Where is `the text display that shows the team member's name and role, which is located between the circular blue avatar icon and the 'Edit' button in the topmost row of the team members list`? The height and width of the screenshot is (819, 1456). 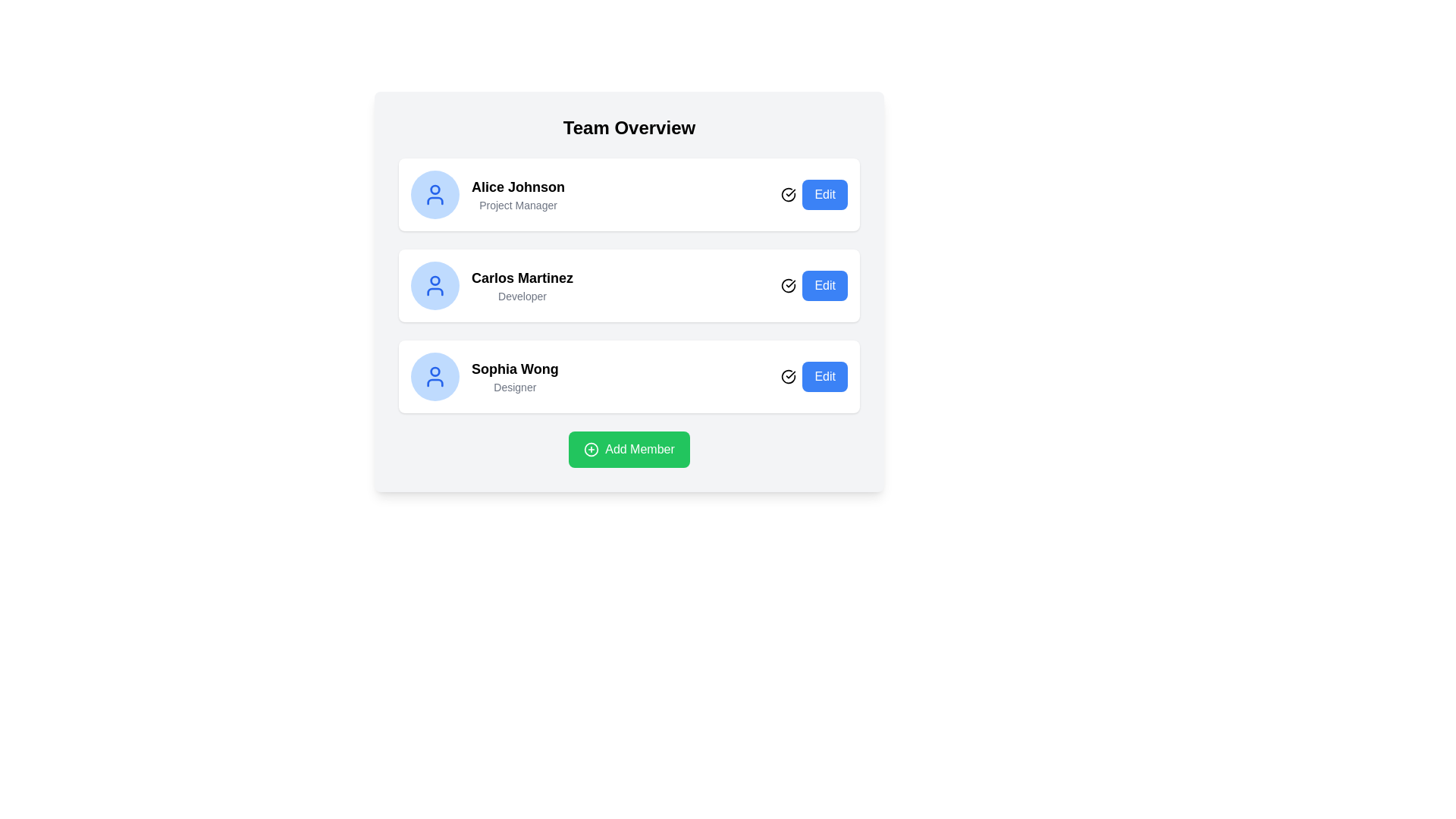
the text display that shows the team member's name and role, which is located between the circular blue avatar icon and the 'Edit' button in the topmost row of the team members list is located at coordinates (518, 194).